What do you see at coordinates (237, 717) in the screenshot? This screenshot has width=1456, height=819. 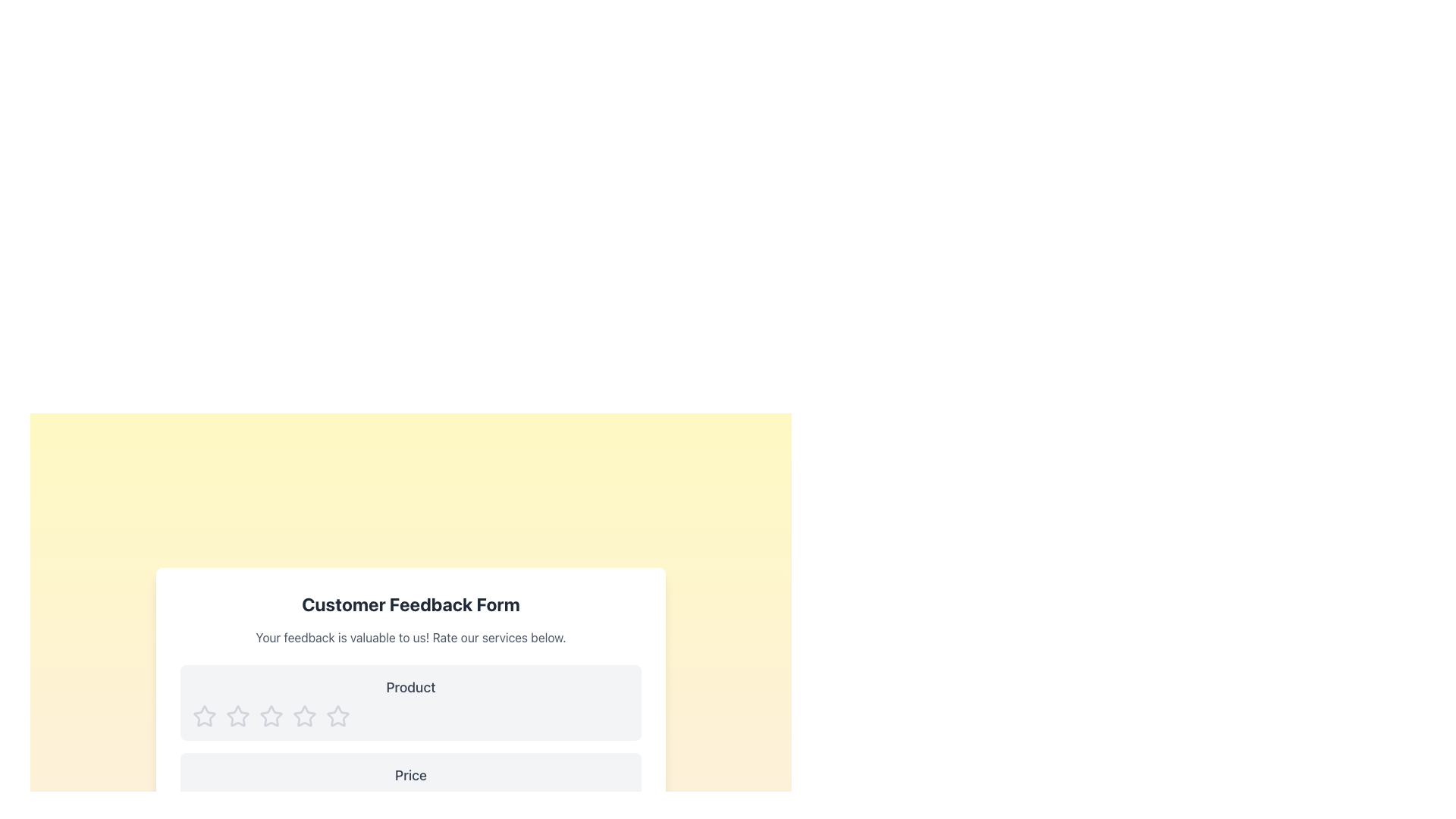 I see `the second star icon in the rating system, which is gray and symbolizes an unselected rating` at bounding box center [237, 717].